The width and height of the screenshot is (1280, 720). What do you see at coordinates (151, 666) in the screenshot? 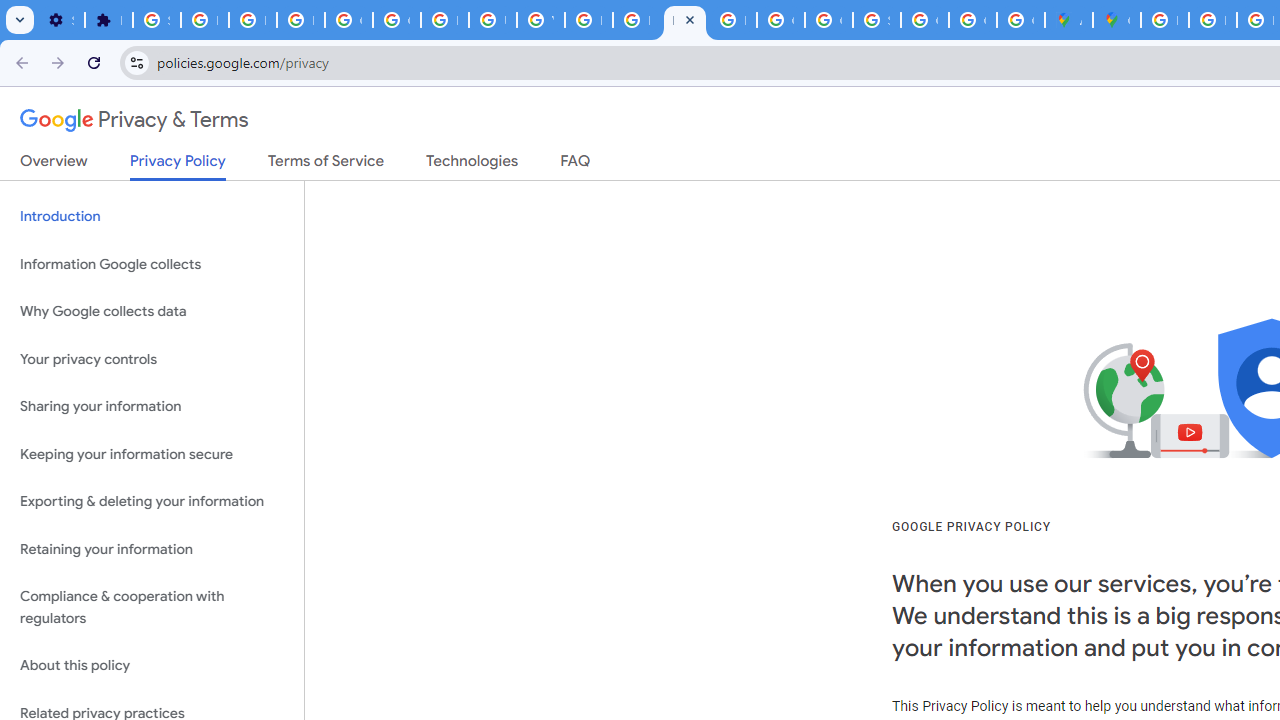
I see `'About this policy'` at bounding box center [151, 666].